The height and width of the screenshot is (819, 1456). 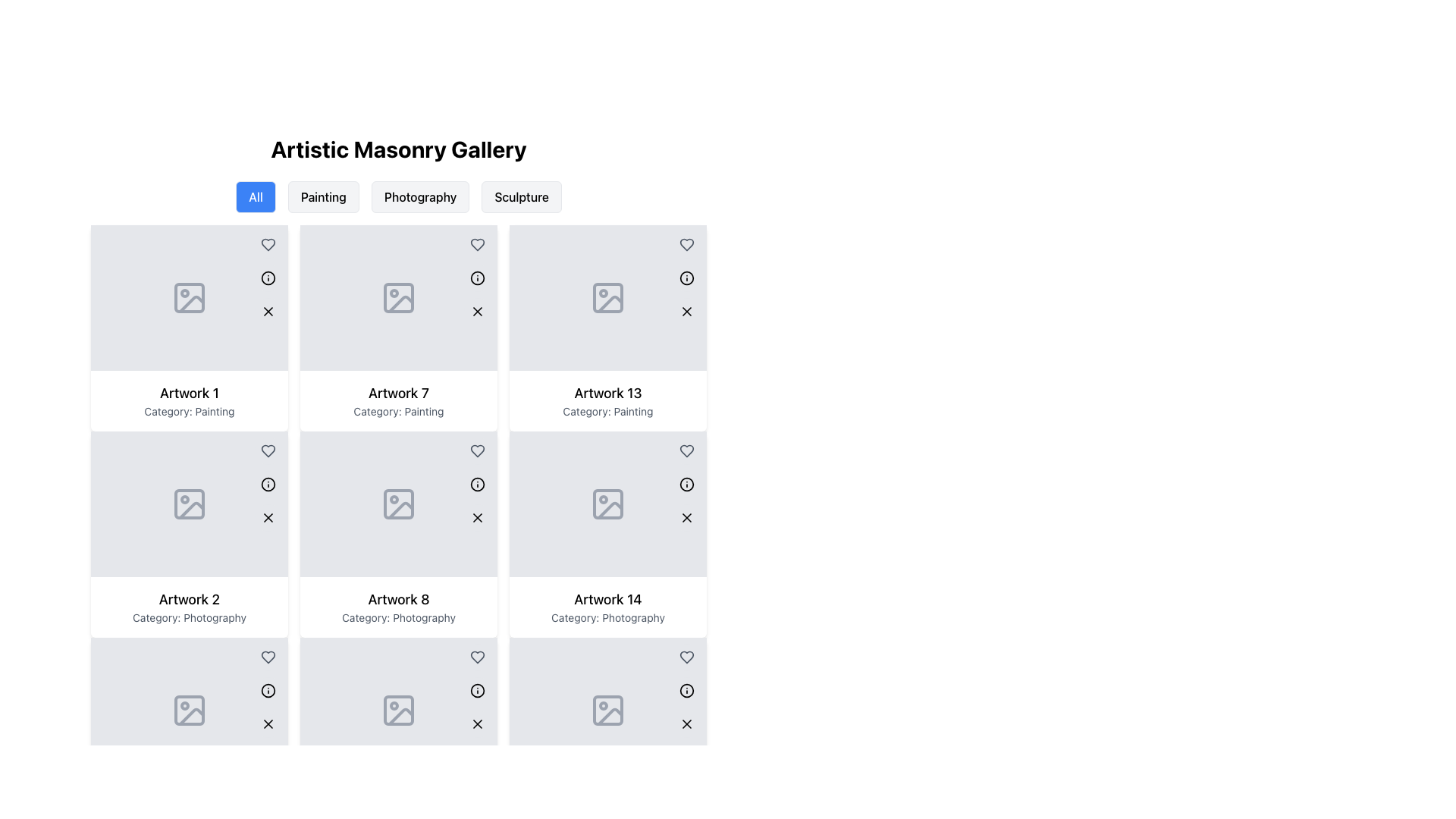 What do you see at coordinates (268, 657) in the screenshot?
I see `the heart-shaped icon in the top-right corner of the 'Artwork 2' card` at bounding box center [268, 657].